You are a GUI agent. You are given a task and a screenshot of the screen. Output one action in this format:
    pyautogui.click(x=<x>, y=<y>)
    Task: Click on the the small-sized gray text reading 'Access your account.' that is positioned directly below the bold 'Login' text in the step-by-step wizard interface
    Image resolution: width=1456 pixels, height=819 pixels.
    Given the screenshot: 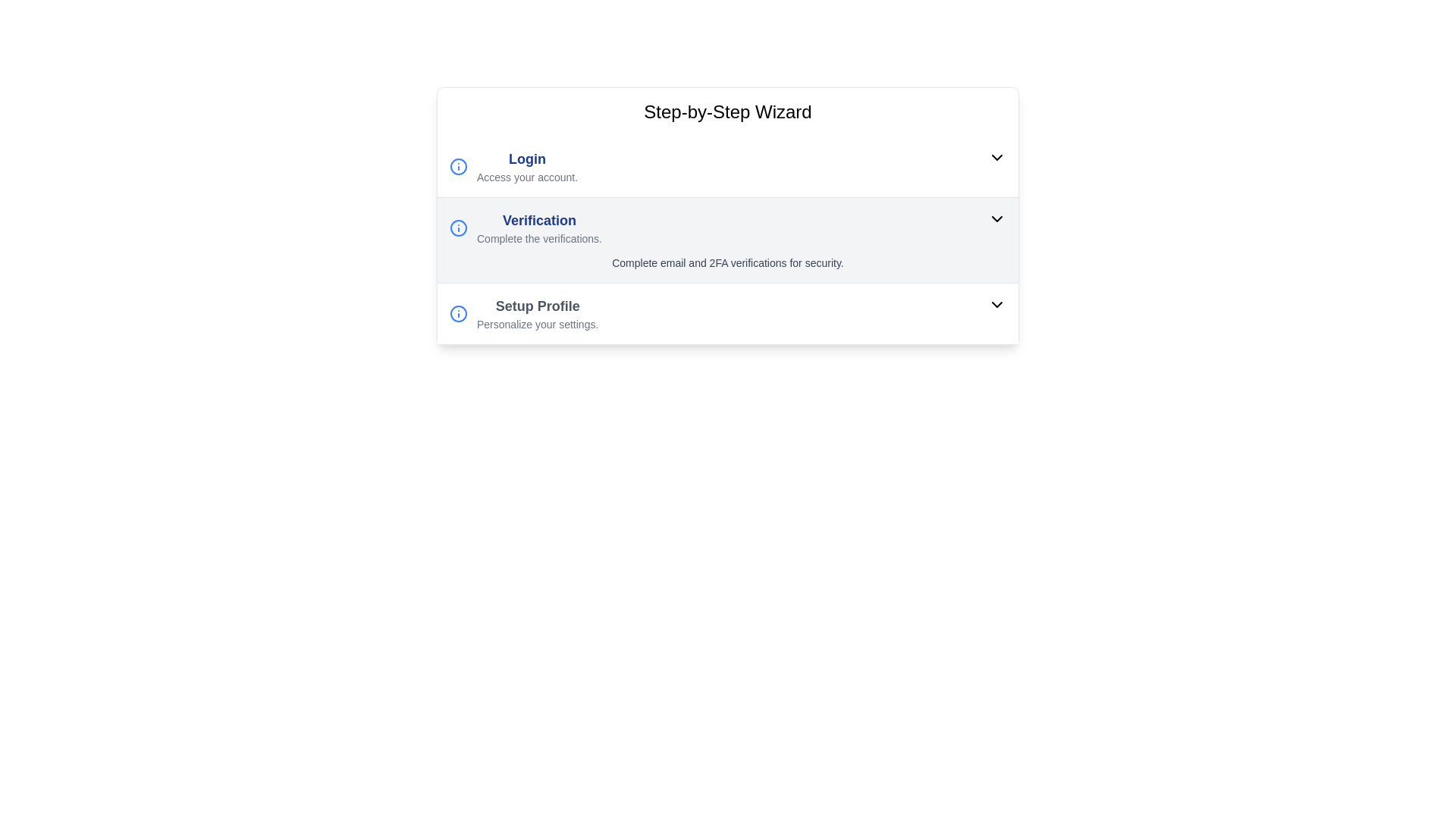 What is the action you would take?
    pyautogui.click(x=527, y=177)
    